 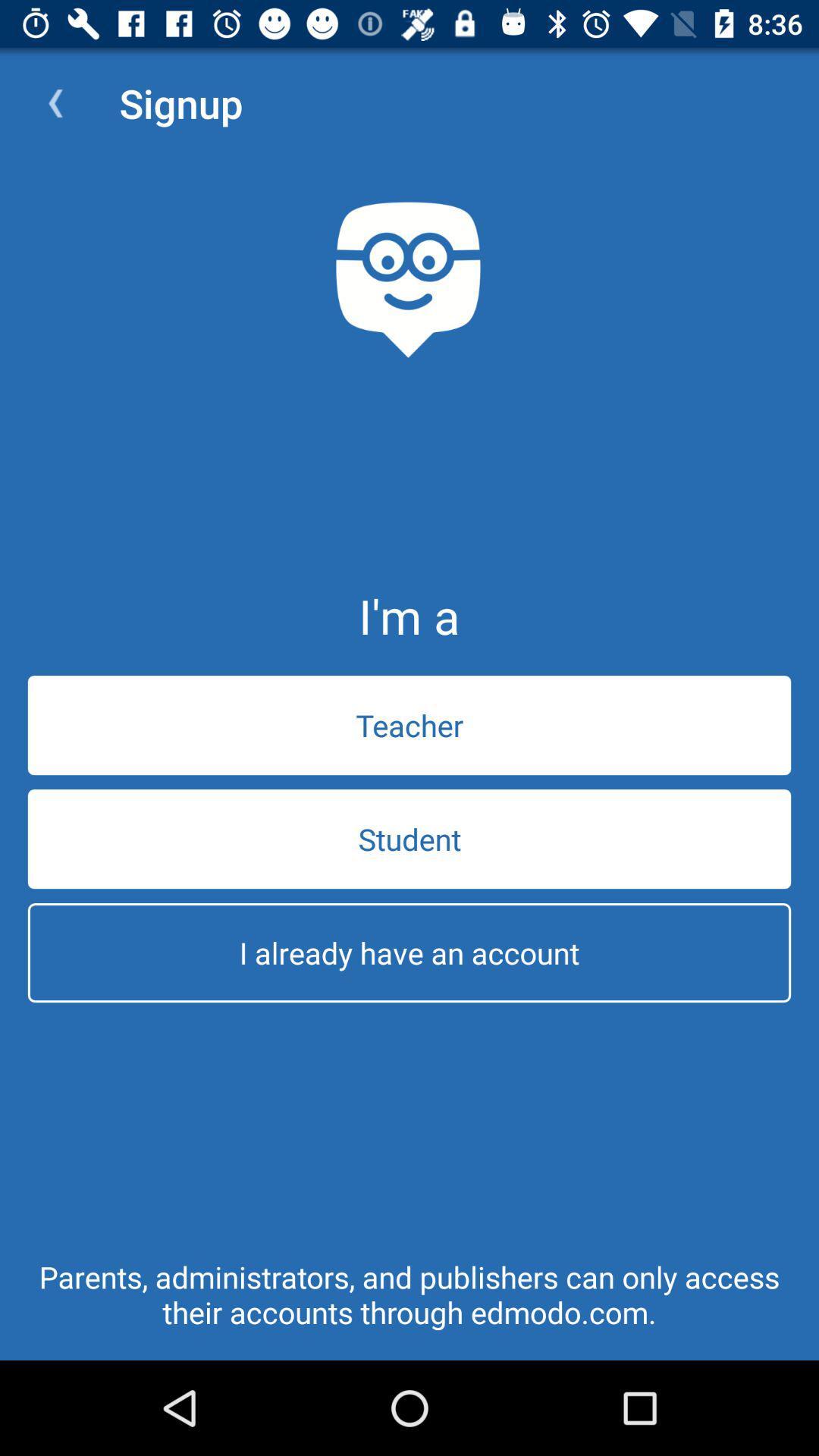 What do you see at coordinates (409, 952) in the screenshot?
I see `the i already have icon` at bounding box center [409, 952].